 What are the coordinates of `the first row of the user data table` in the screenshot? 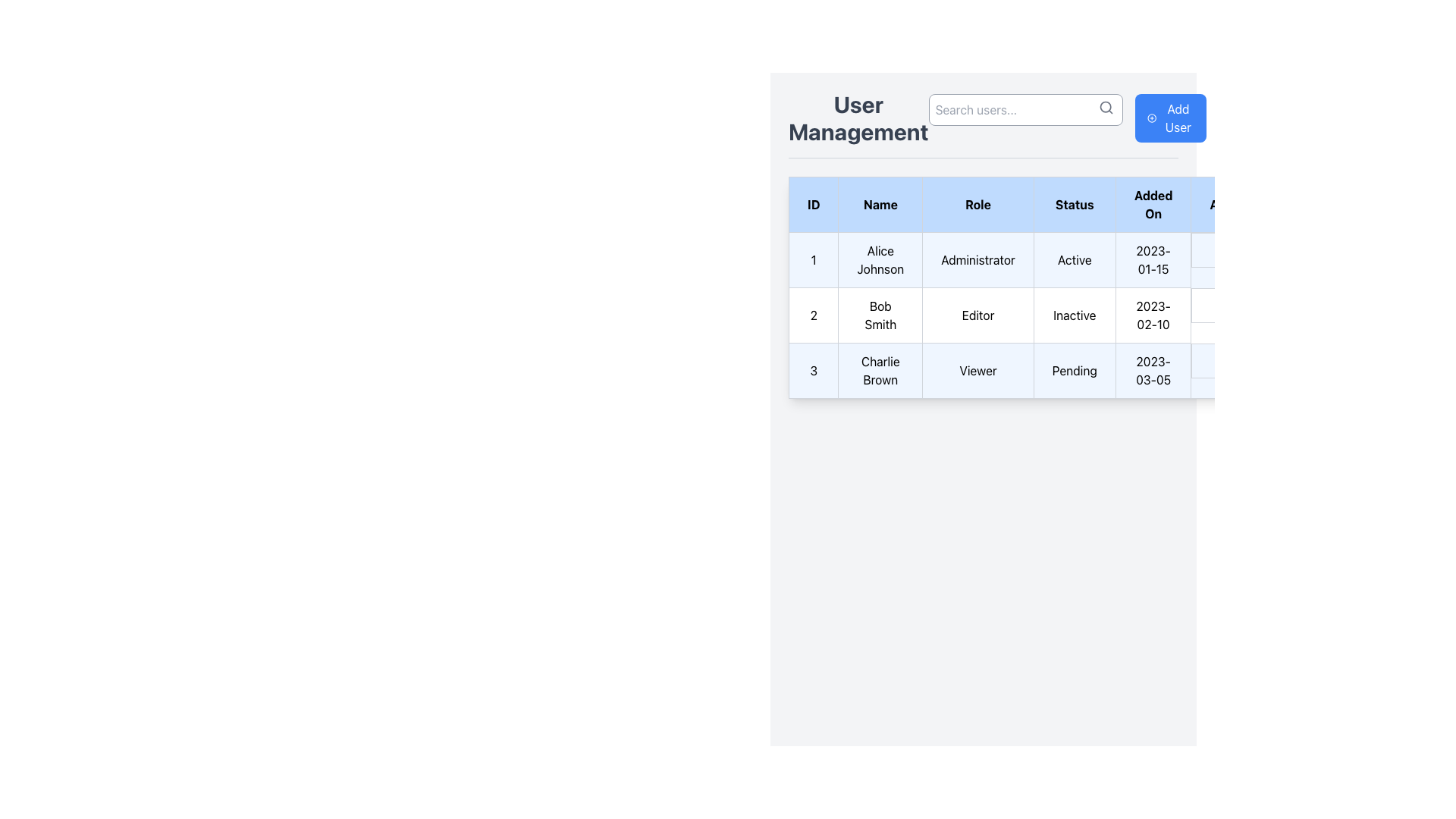 It's located at (1030, 259).